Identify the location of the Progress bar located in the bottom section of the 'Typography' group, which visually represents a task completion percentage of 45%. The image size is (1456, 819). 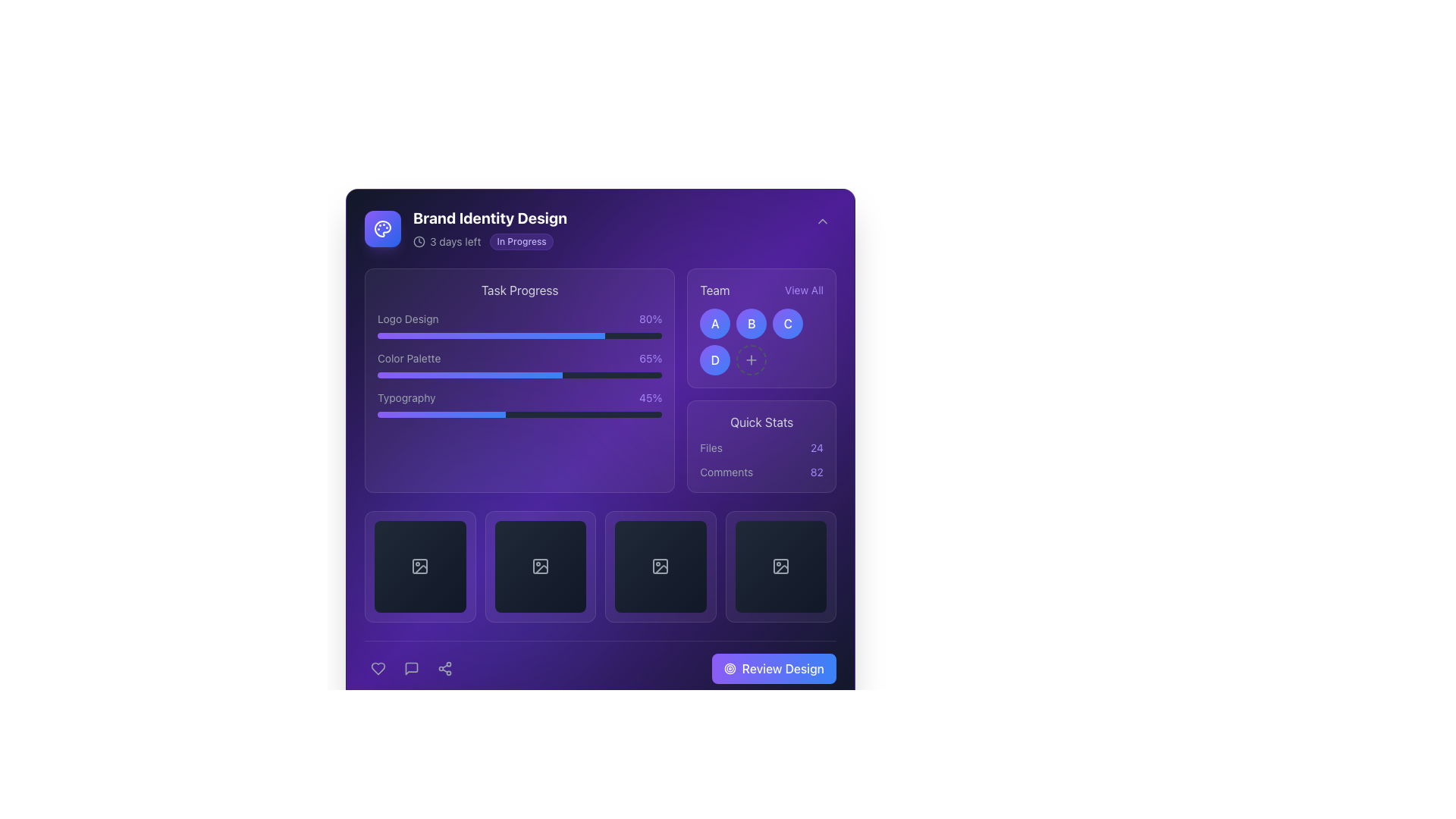
(519, 415).